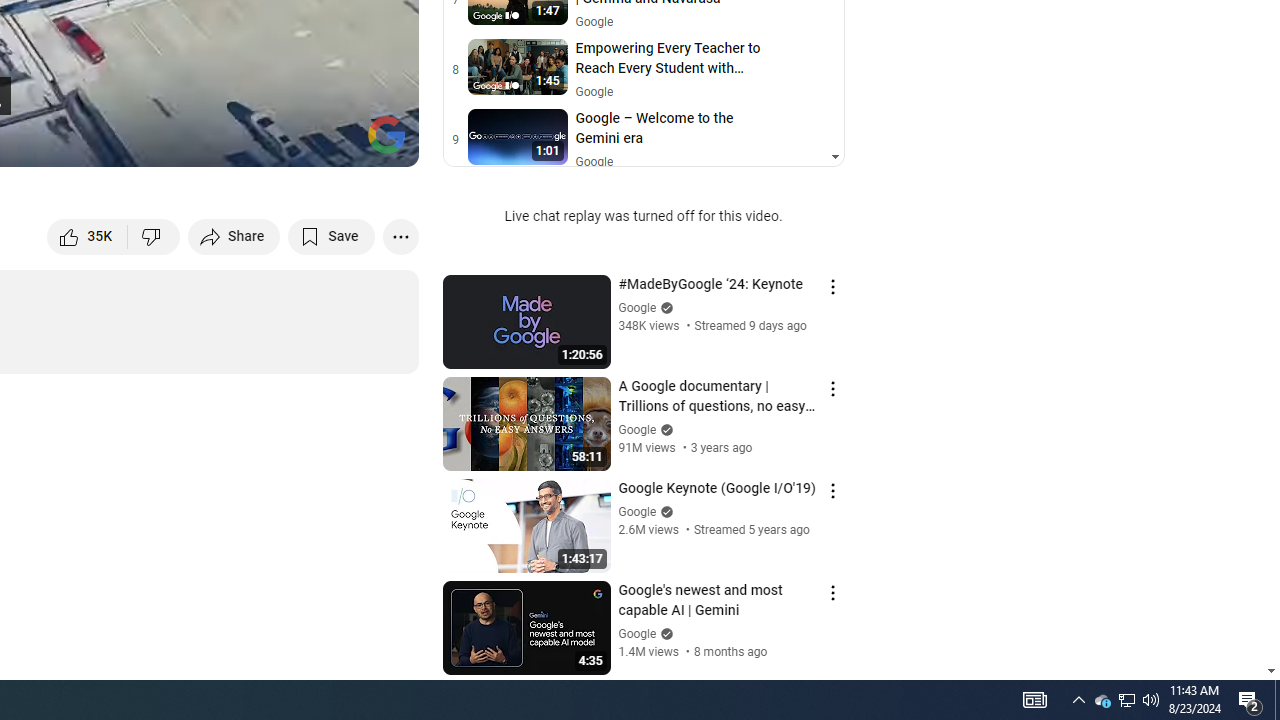 The image size is (1280, 720). Describe the element at coordinates (153, 235) in the screenshot. I see `'Dislike this video'` at that location.